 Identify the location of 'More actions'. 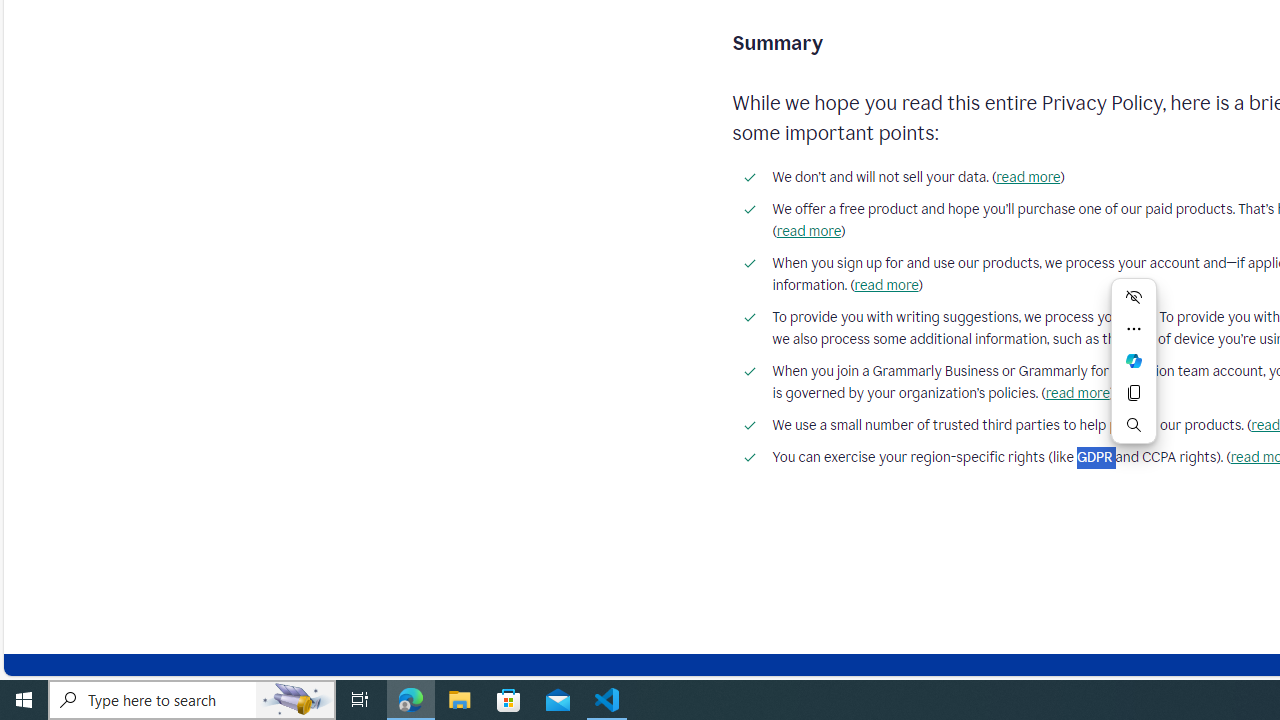
(1134, 328).